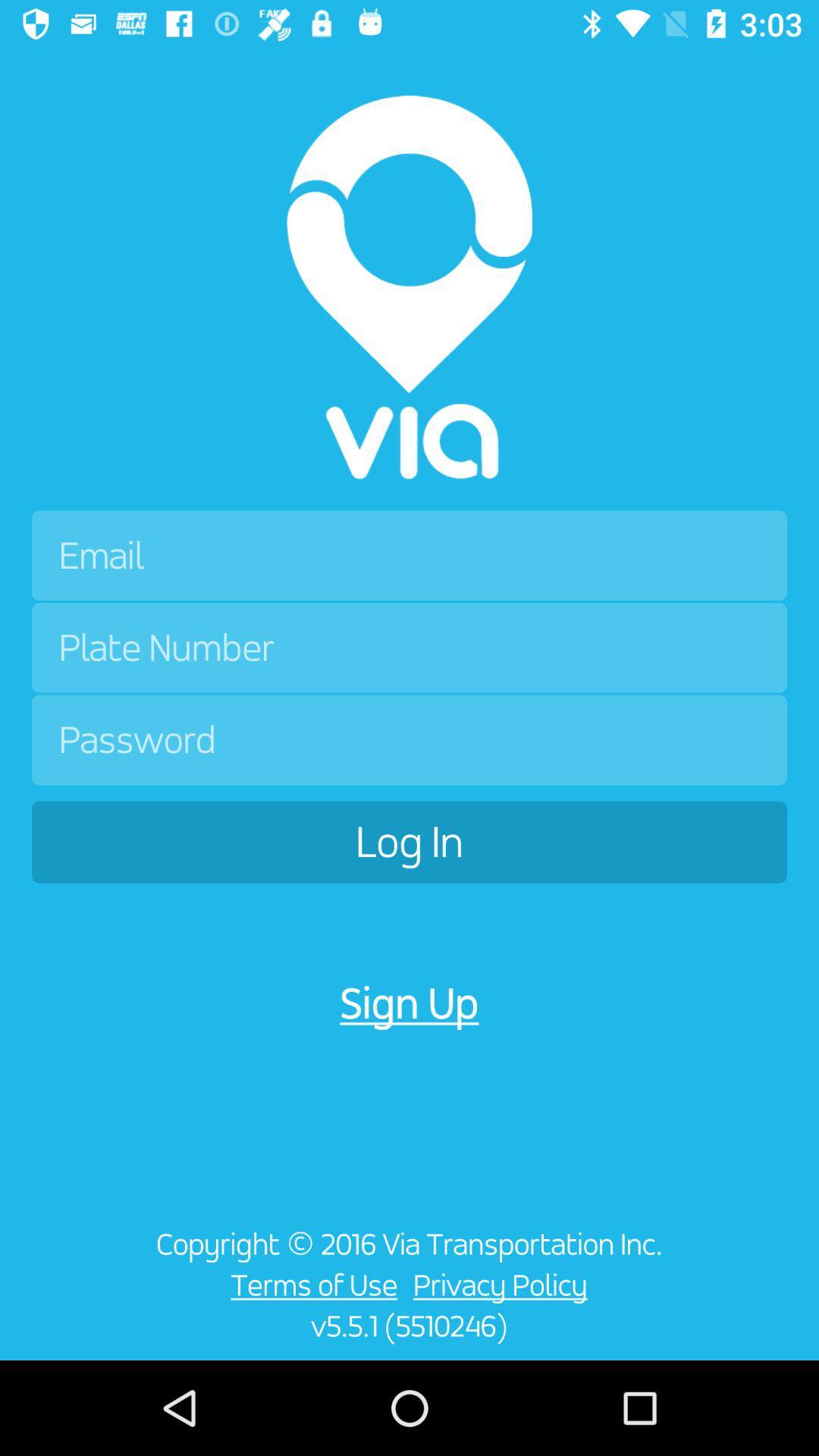 The image size is (819, 1456). What do you see at coordinates (64, 1294) in the screenshot?
I see `the item next to the terms of use icon` at bounding box center [64, 1294].